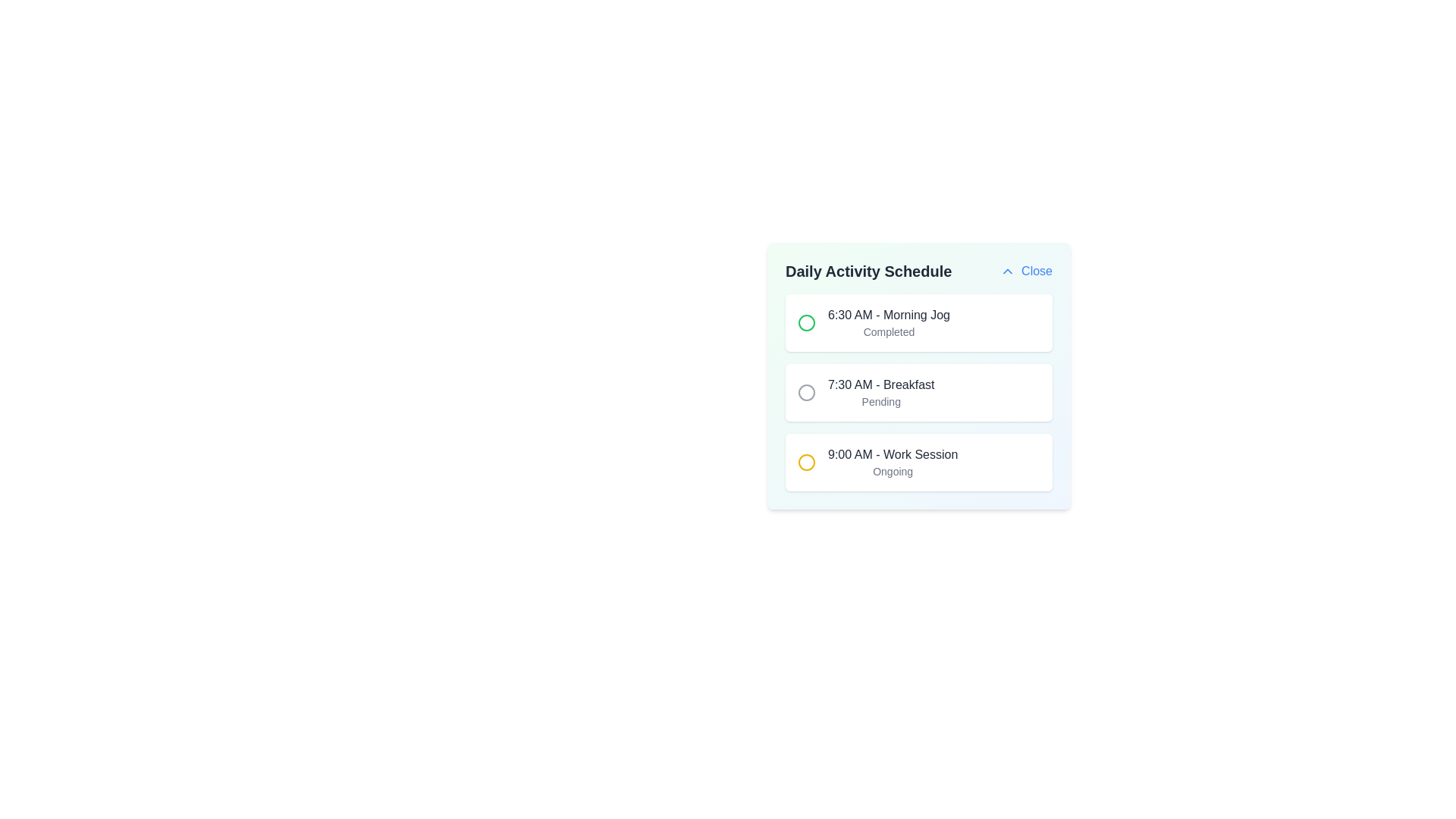  What do you see at coordinates (806, 461) in the screenshot?
I see `the circular icon with a yellow border located to the left of the text '9:00 AM - Work Session' in the third item of the daily activities list` at bounding box center [806, 461].